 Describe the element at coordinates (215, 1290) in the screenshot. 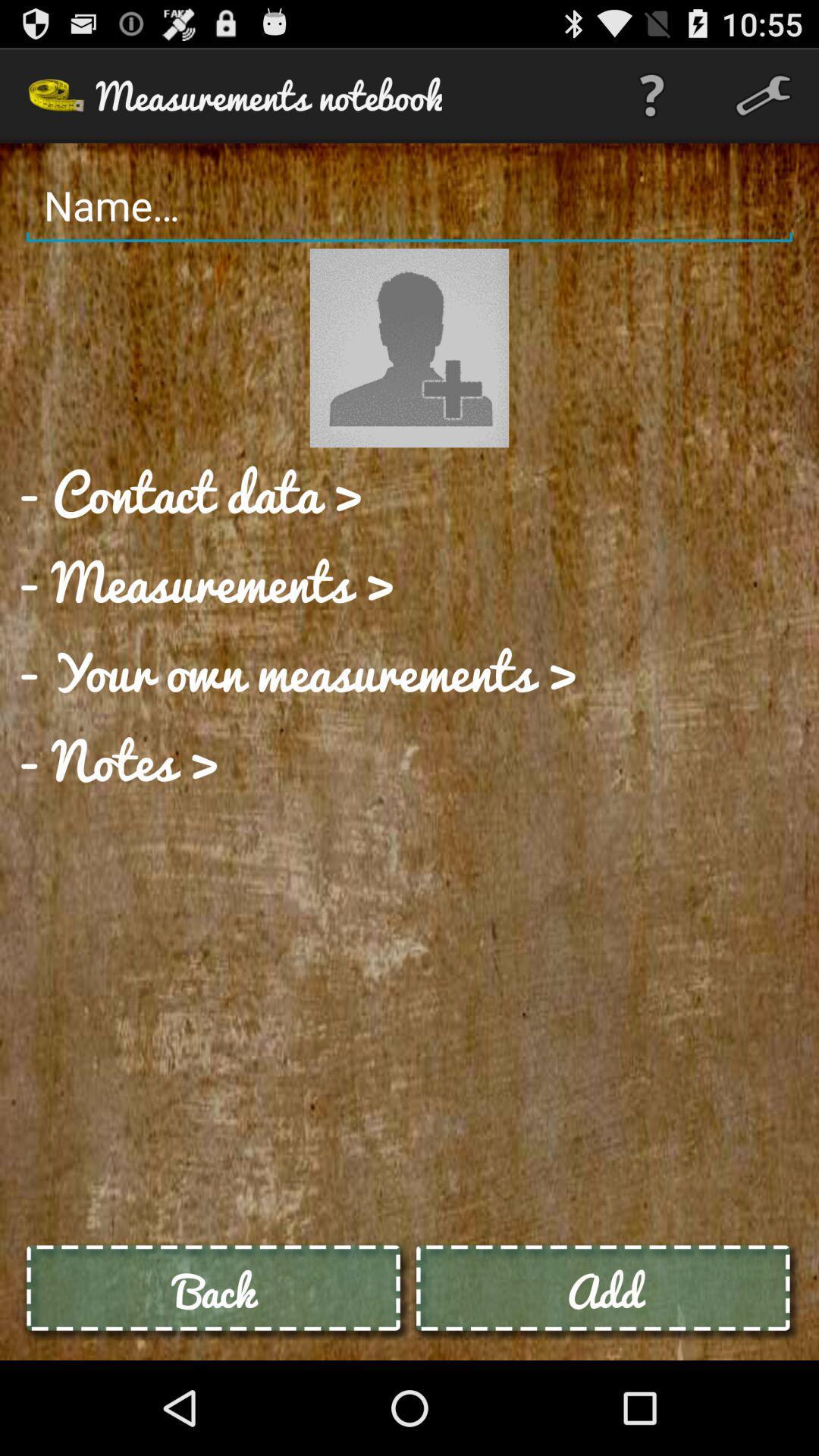

I see `the icon at the bottom left corner` at that location.